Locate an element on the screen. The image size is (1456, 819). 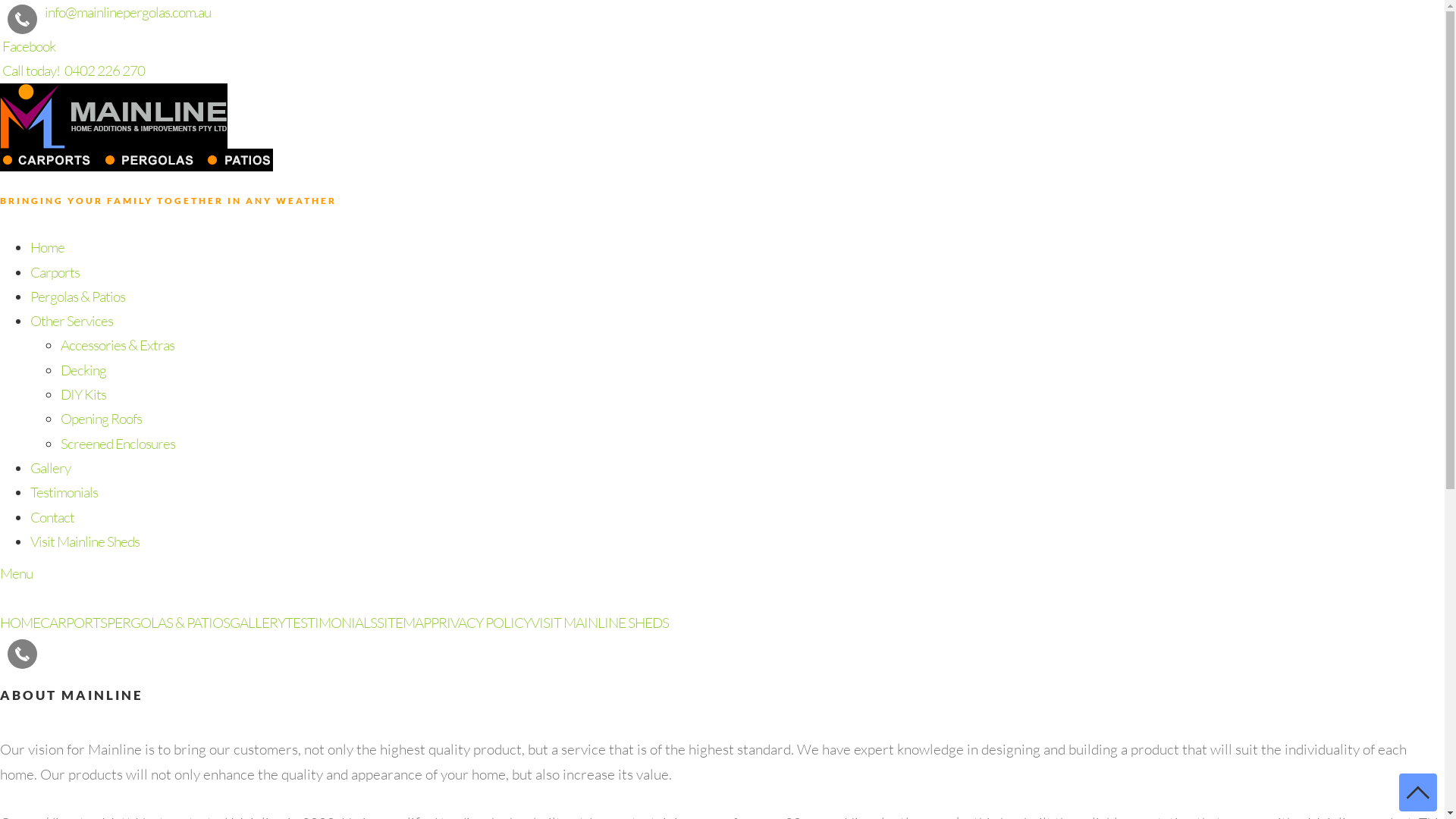
'Screened Enclosures' is located at coordinates (61, 444).